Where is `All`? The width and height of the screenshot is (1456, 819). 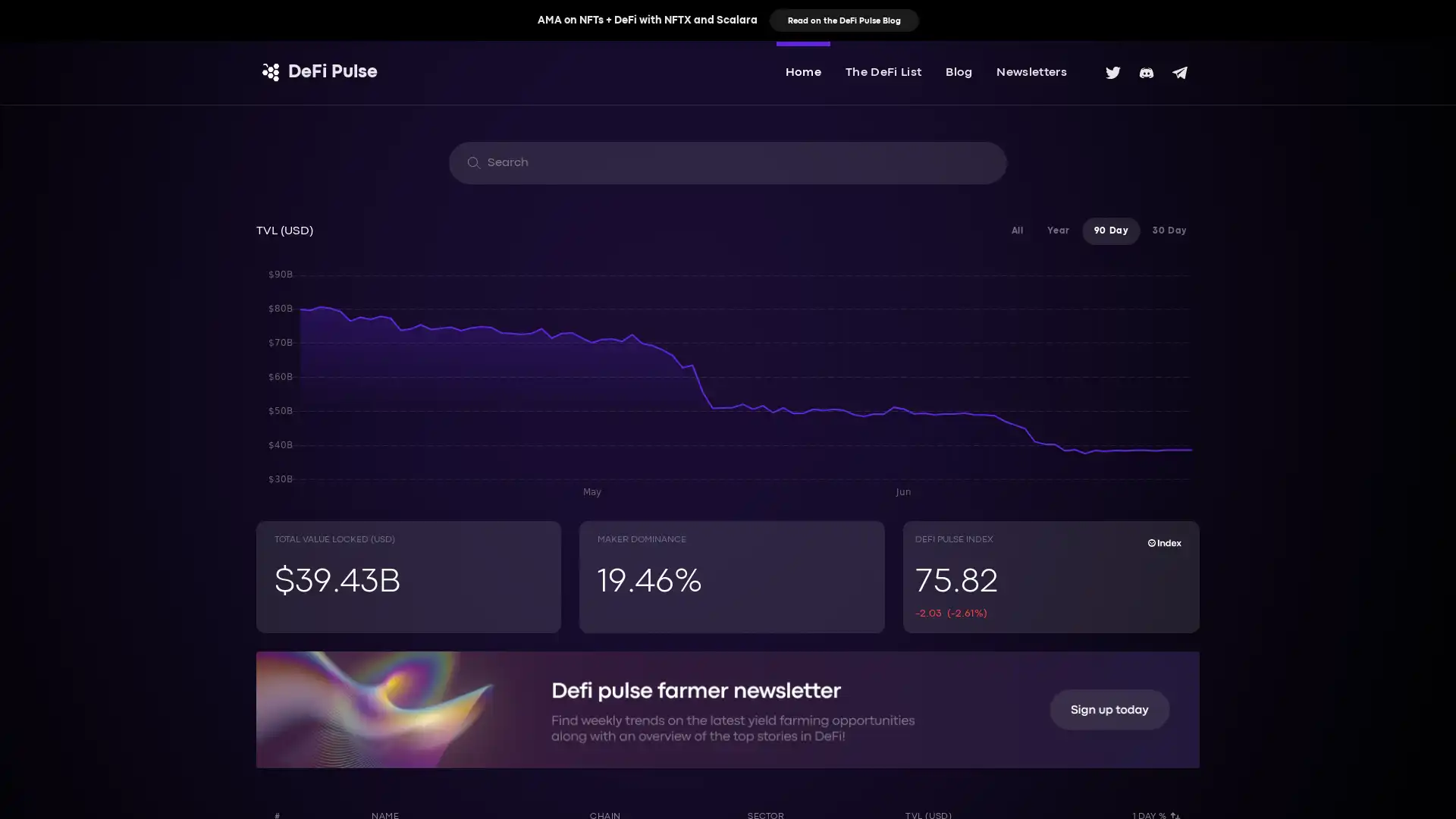
All is located at coordinates (1016, 231).